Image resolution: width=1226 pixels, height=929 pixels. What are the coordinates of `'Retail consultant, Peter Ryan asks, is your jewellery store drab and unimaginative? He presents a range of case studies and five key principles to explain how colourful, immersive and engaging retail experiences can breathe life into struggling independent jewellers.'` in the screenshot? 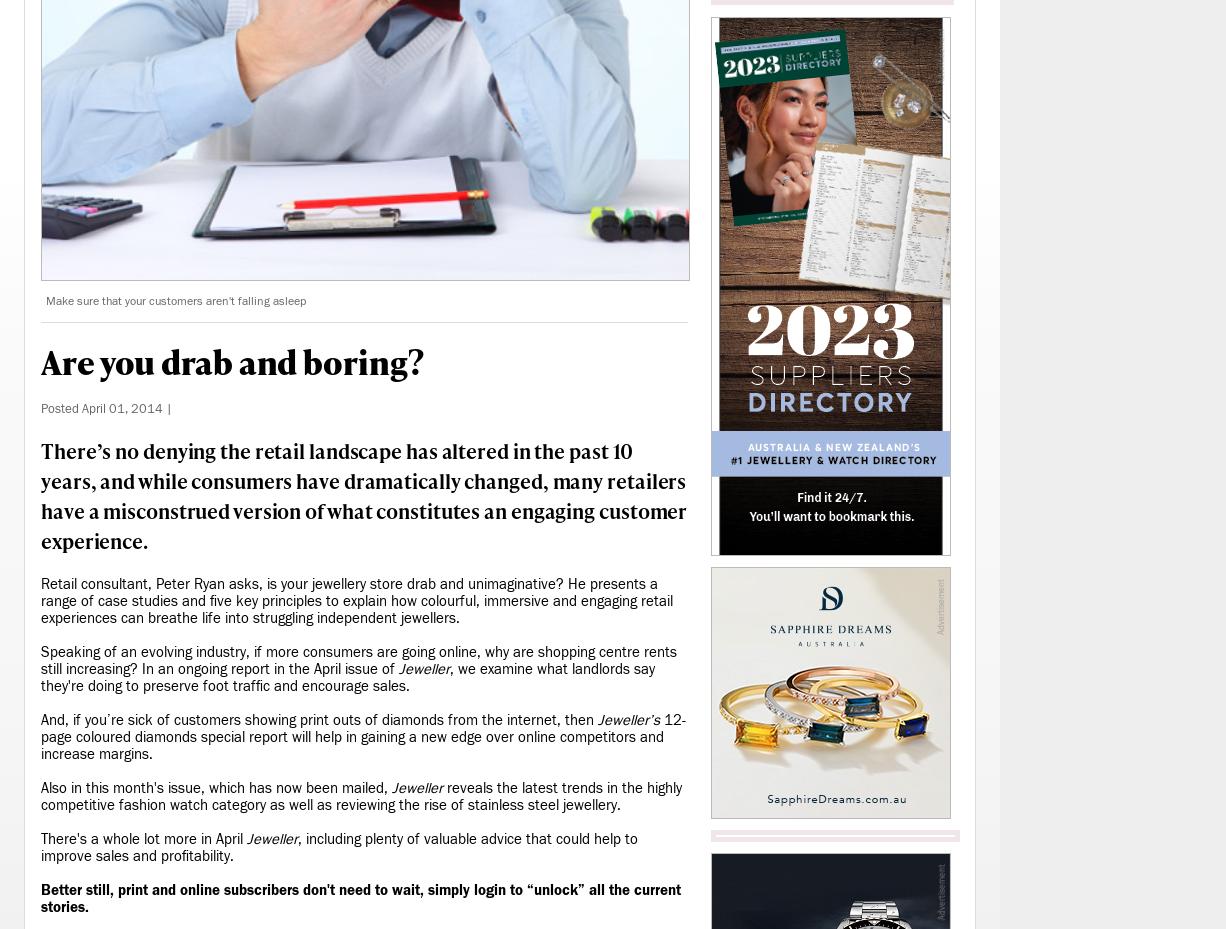 It's located at (356, 600).